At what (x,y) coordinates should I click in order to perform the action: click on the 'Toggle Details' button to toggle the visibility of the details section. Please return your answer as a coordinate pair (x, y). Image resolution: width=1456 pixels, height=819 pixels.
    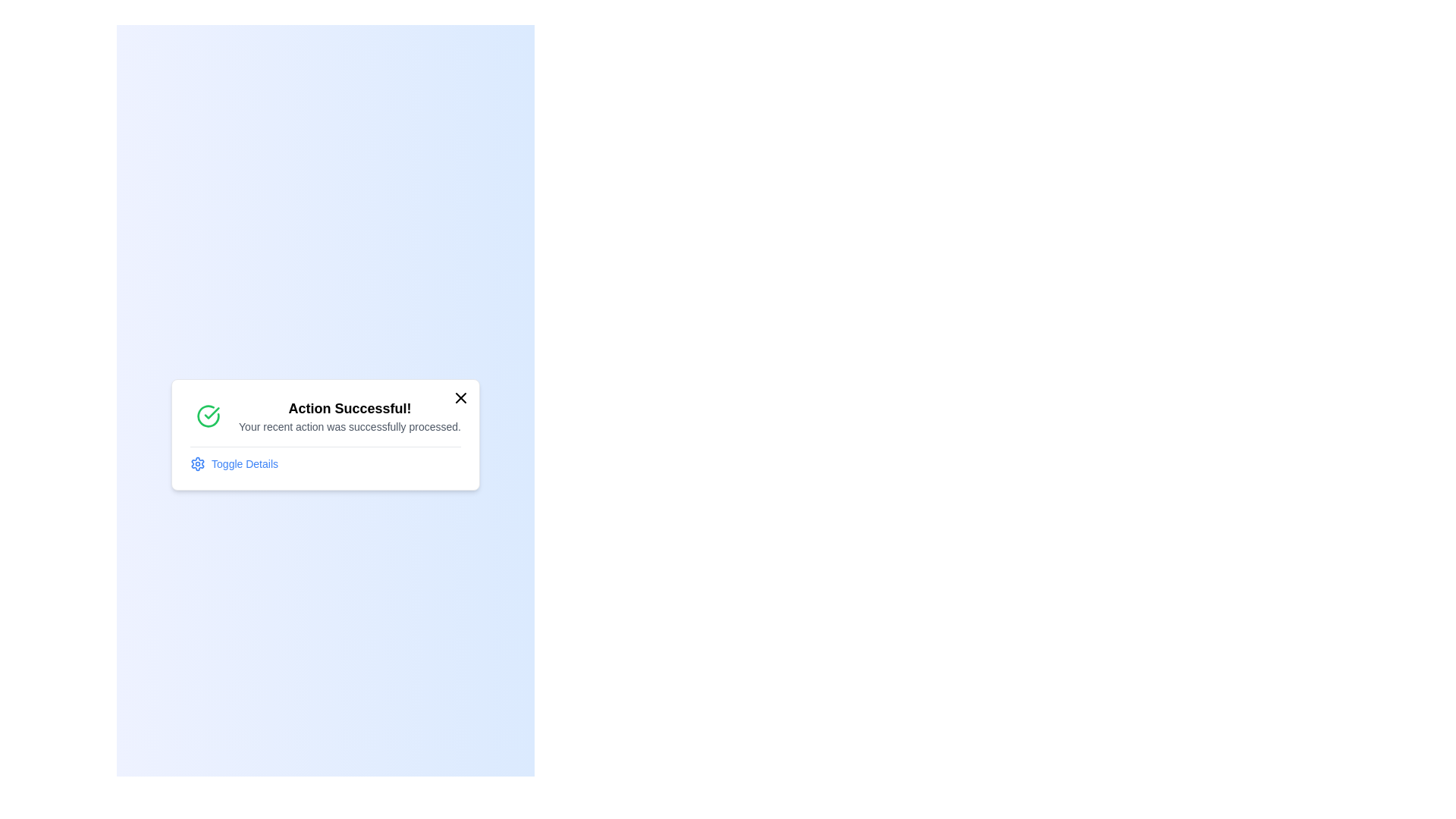
    Looking at the image, I should click on (233, 462).